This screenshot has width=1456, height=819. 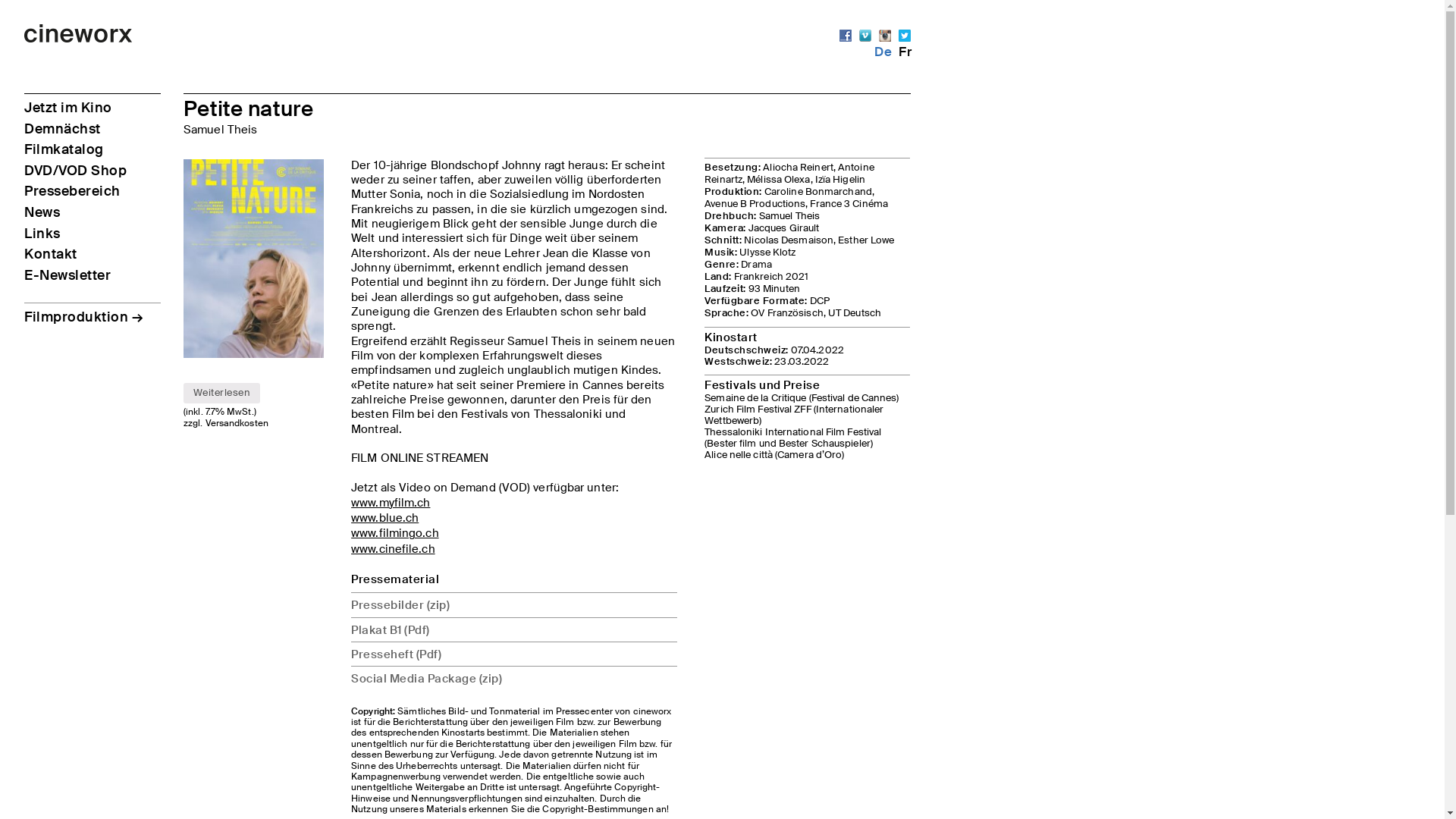 I want to click on 'Pressebereich', so click(x=71, y=190).